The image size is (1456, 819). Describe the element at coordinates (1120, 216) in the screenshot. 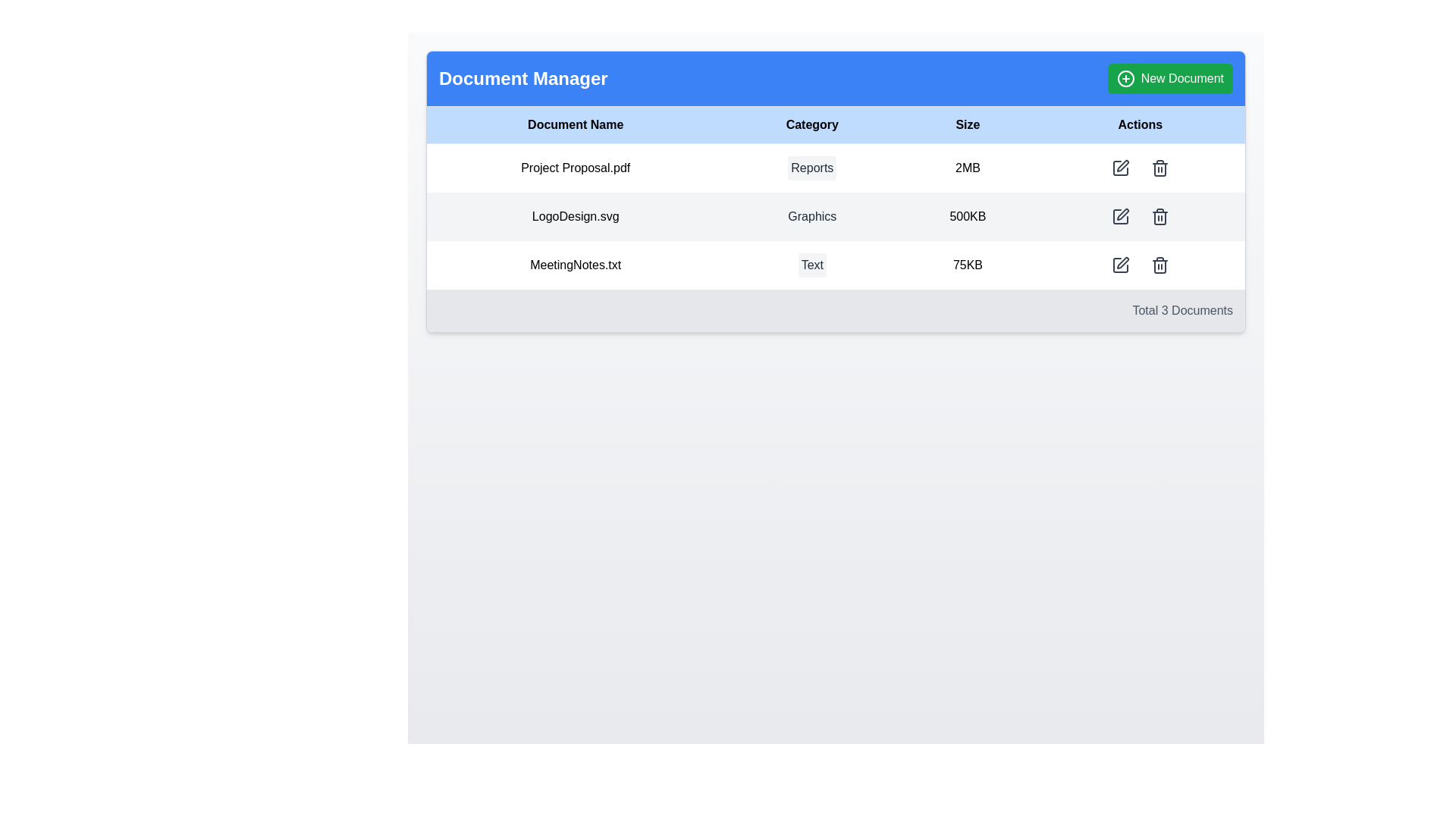

I see `the edit icon in the 'Actions' column of the second row associated with the 'LogoDesign.svg' document` at that location.